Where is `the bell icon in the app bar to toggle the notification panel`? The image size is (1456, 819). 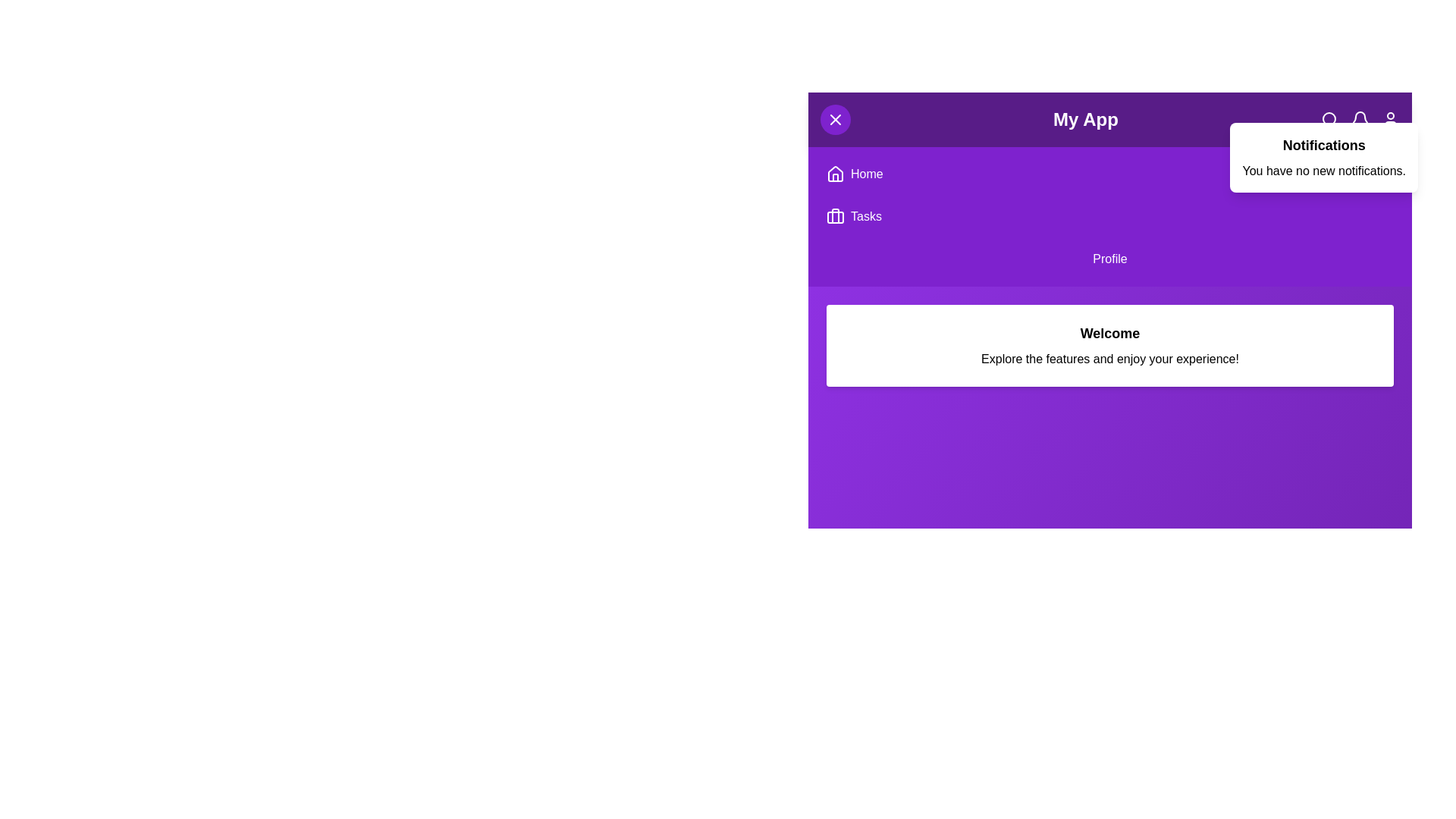
the bell icon in the app bar to toggle the notification panel is located at coordinates (1360, 119).